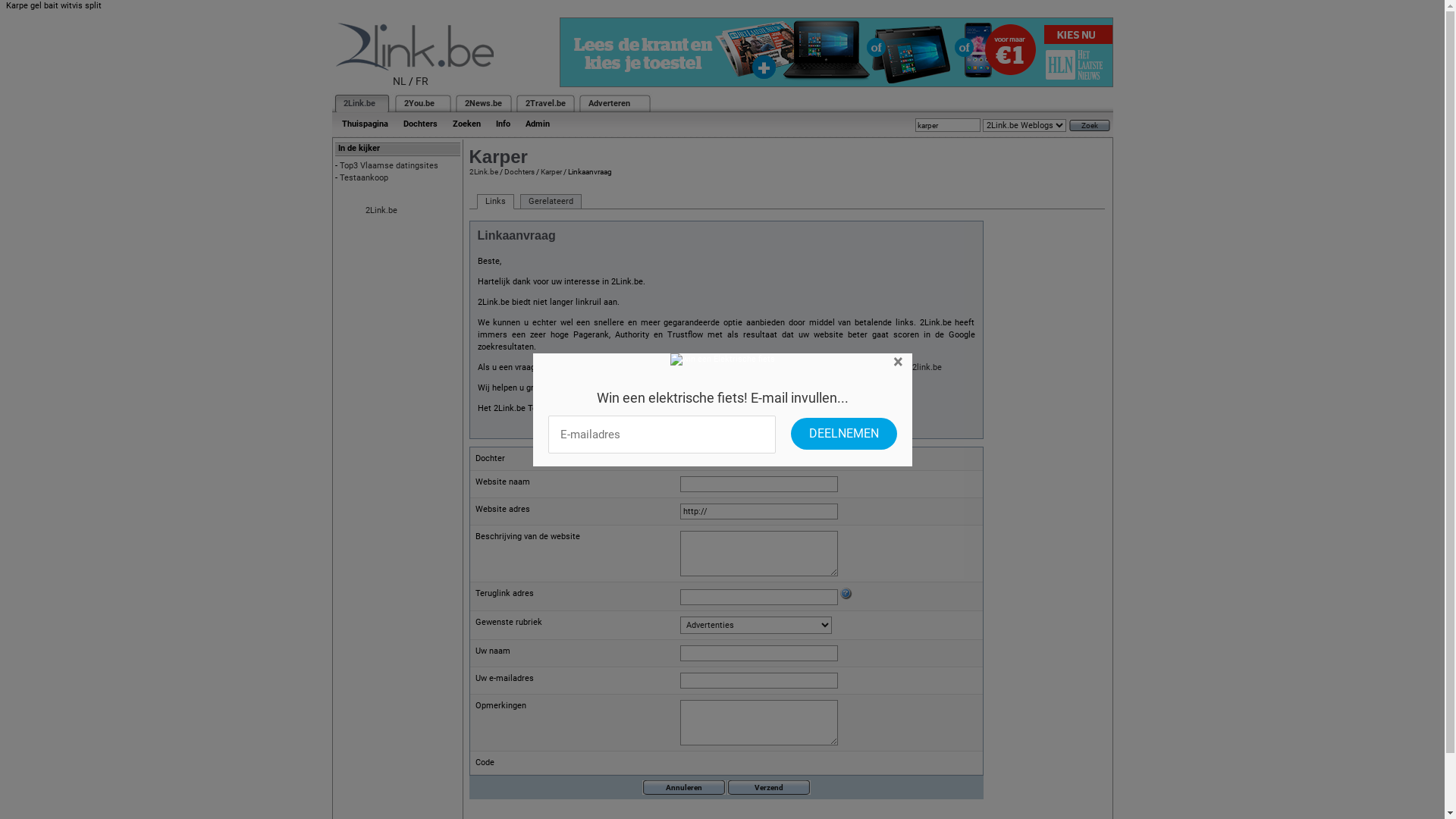 The width and height of the screenshot is (1456, 819). What do you see at coordinates (396, 123) in the screenshot?
I see `'Dochters'` at bounding box center [396, 123].